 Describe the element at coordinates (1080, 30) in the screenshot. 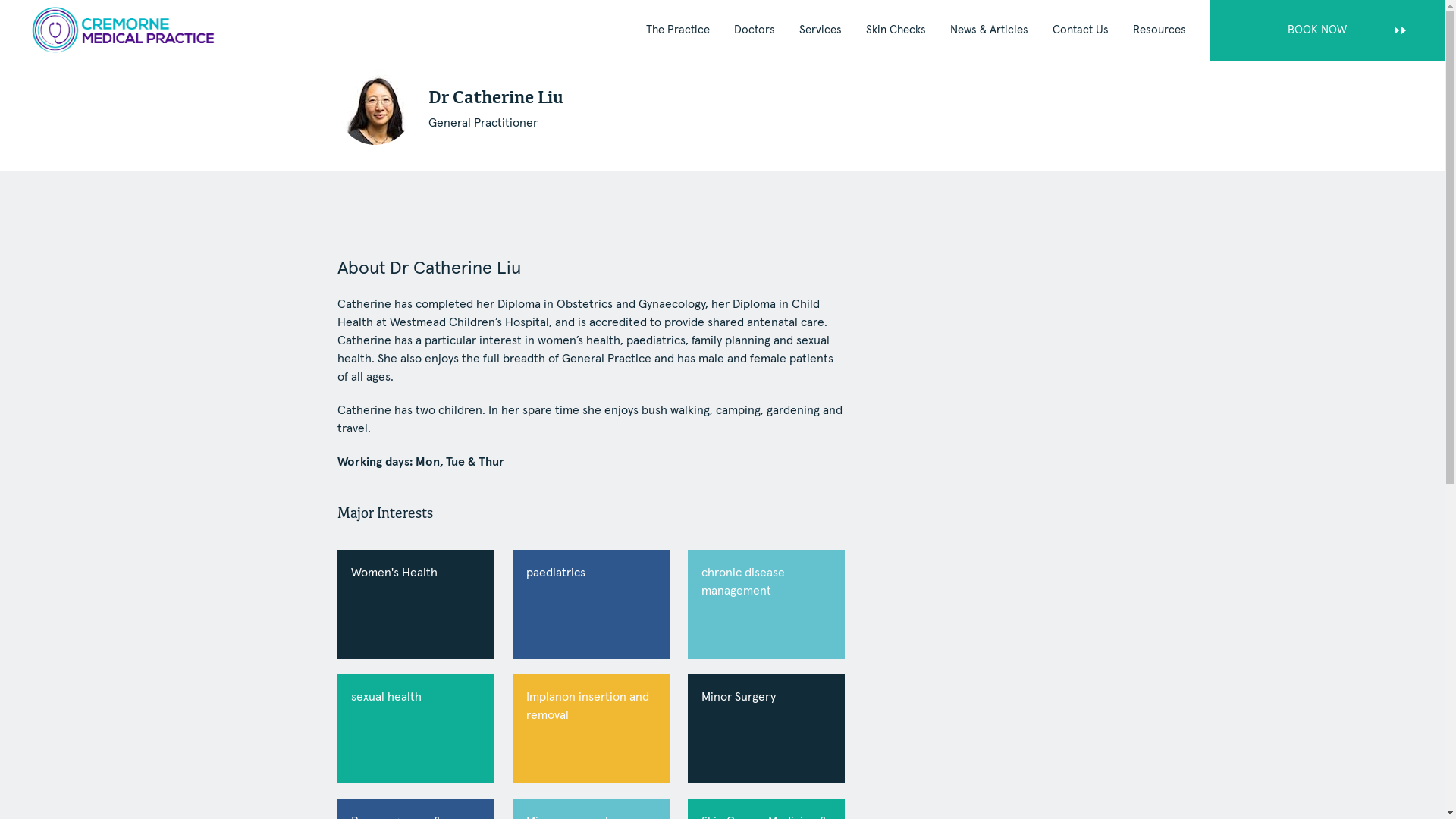

I see `'Contact Us'` at that location.